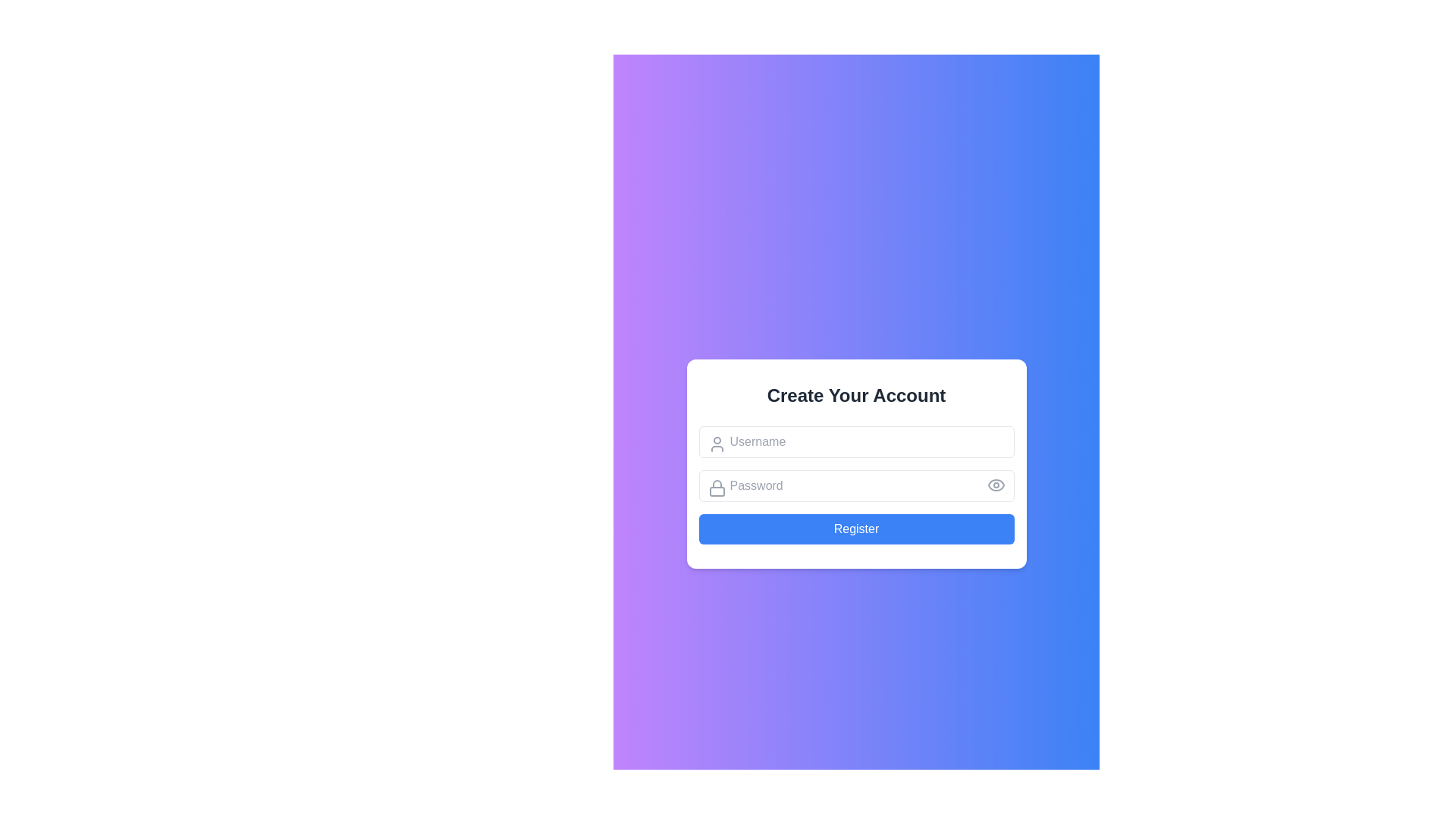 The width and height of the screenshot is (1456, 819). What do you see at coordinates (716, 491) in the screenshot?
I see `the lower rectangular portion of the lock icon that symbolizes the password input field` at bounding box center [716, 491].